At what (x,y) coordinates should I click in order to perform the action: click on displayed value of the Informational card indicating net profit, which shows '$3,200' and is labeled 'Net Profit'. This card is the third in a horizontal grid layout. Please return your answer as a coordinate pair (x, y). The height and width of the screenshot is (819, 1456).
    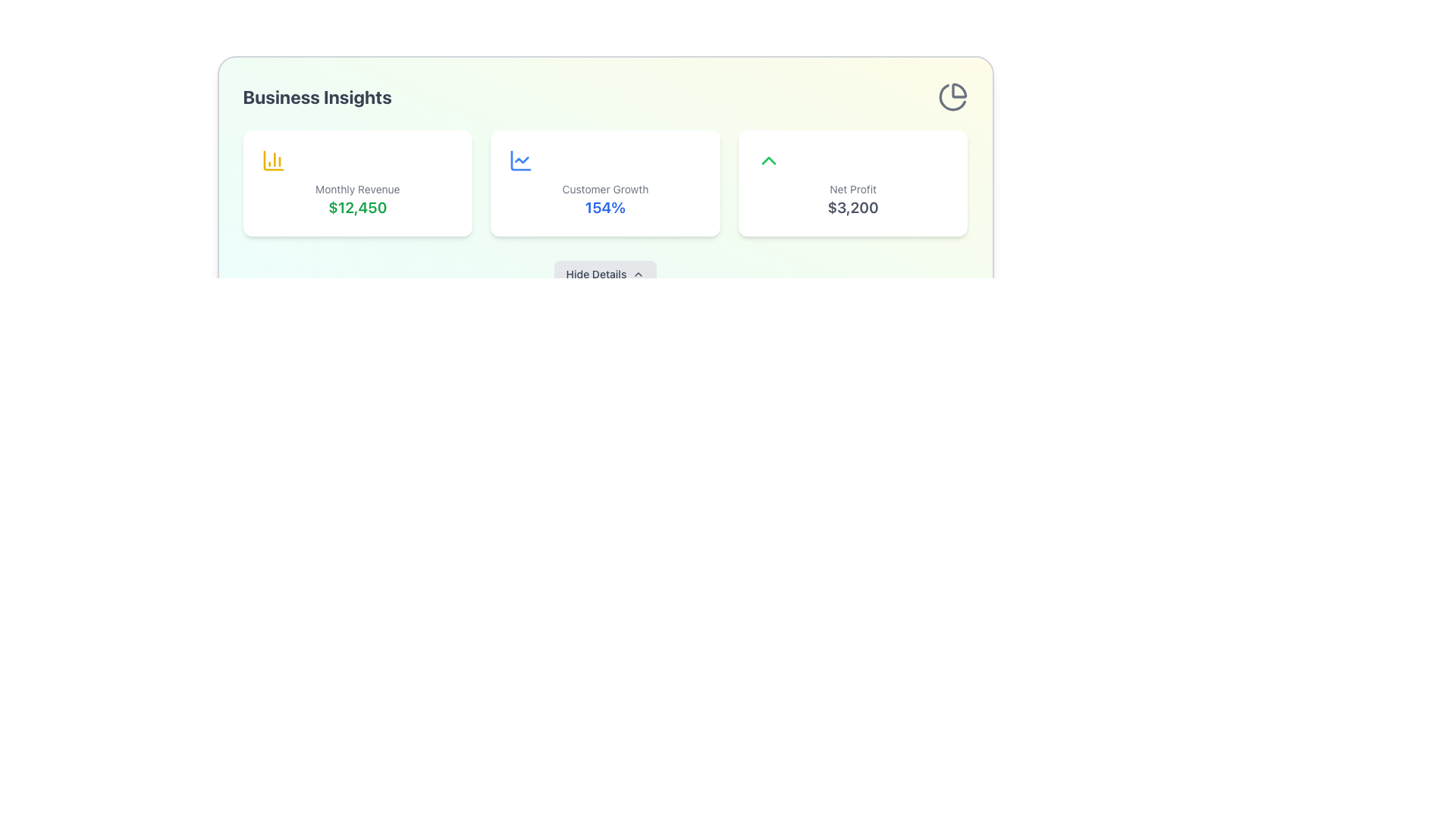
    Looking at the image, I should click on (853, 183).